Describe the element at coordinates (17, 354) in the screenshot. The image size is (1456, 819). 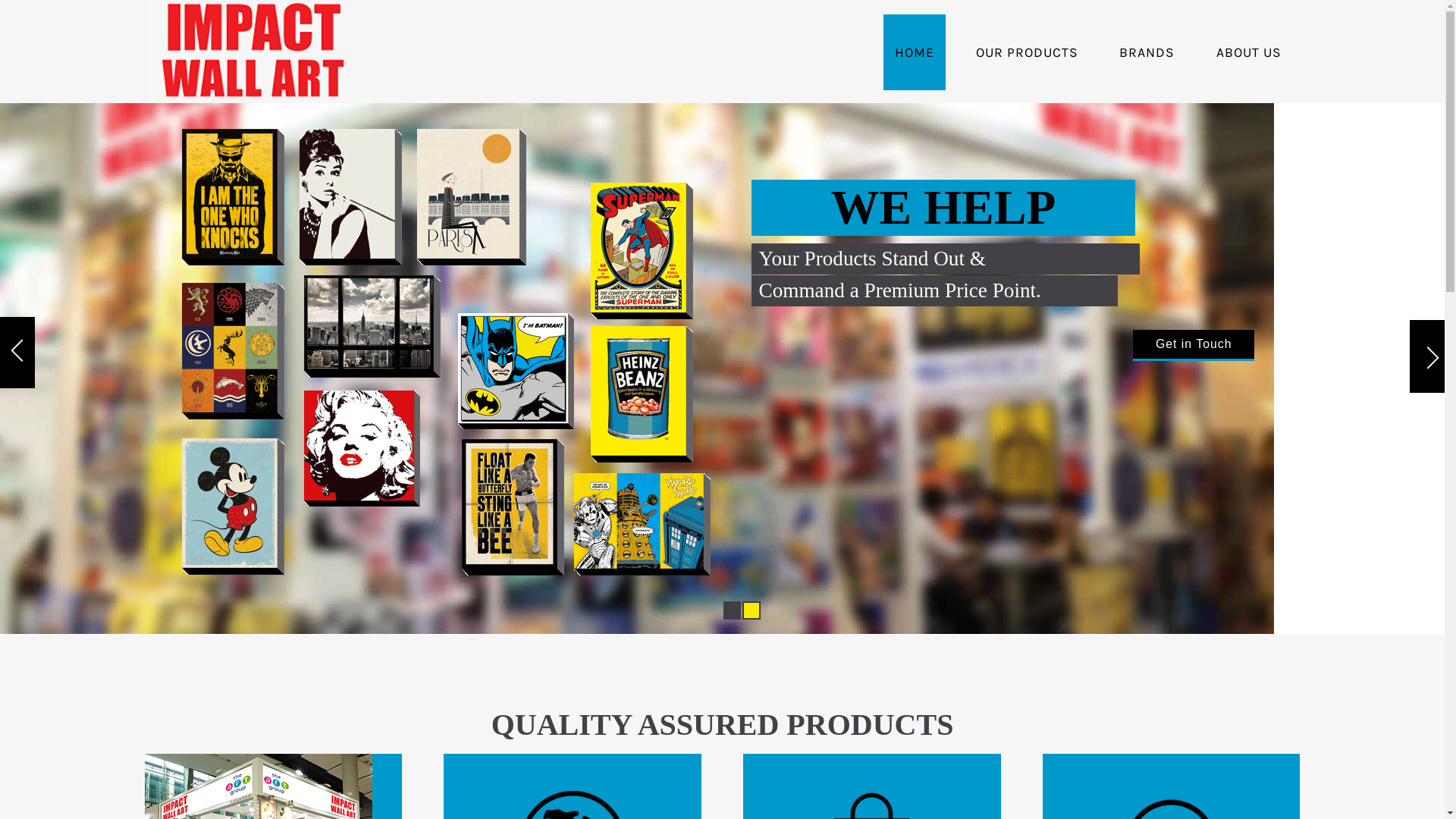
I see `'Previous'` at that location.